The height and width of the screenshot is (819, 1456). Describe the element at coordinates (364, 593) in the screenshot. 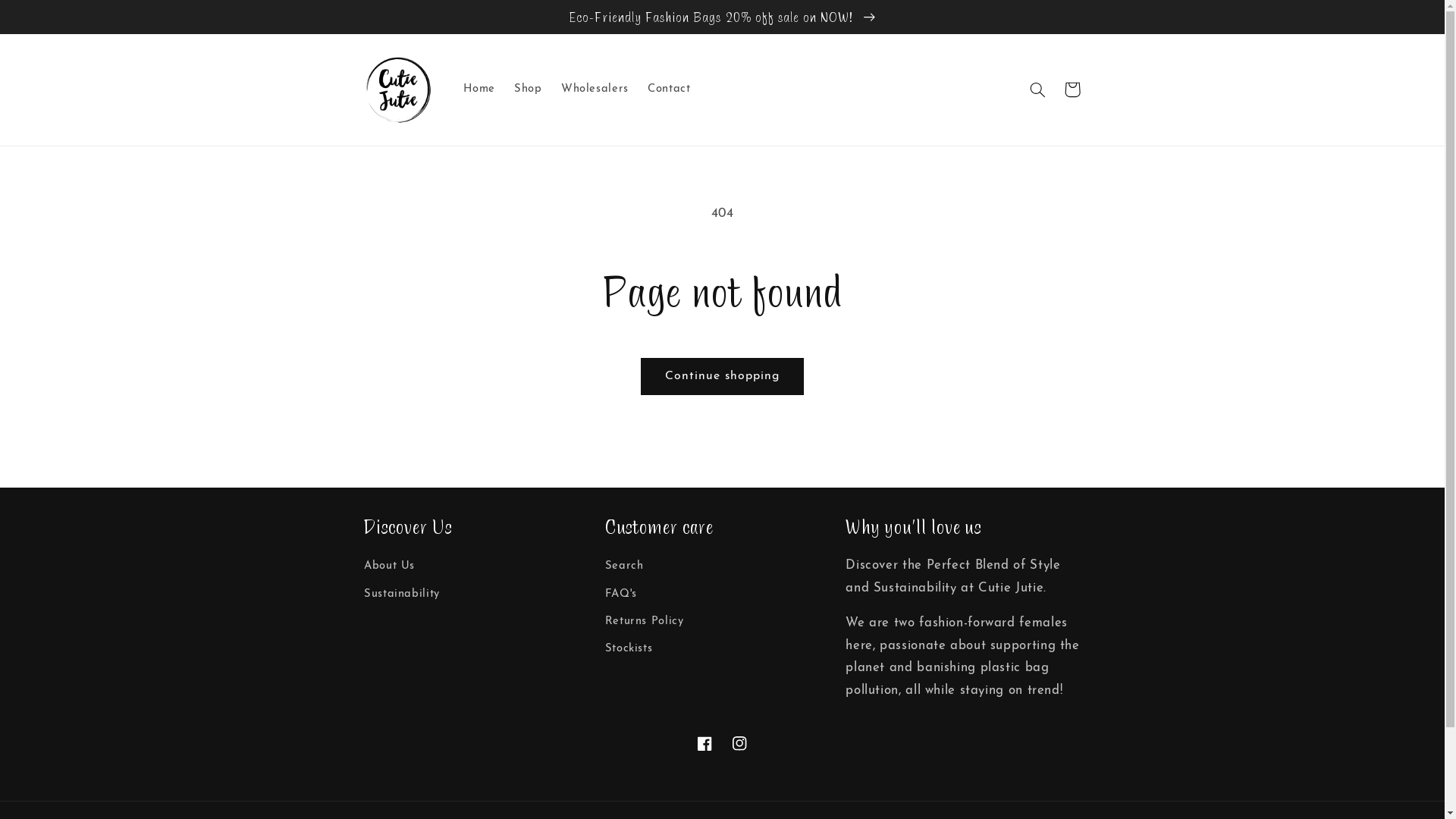

I see `'Sustainability'` at that location.